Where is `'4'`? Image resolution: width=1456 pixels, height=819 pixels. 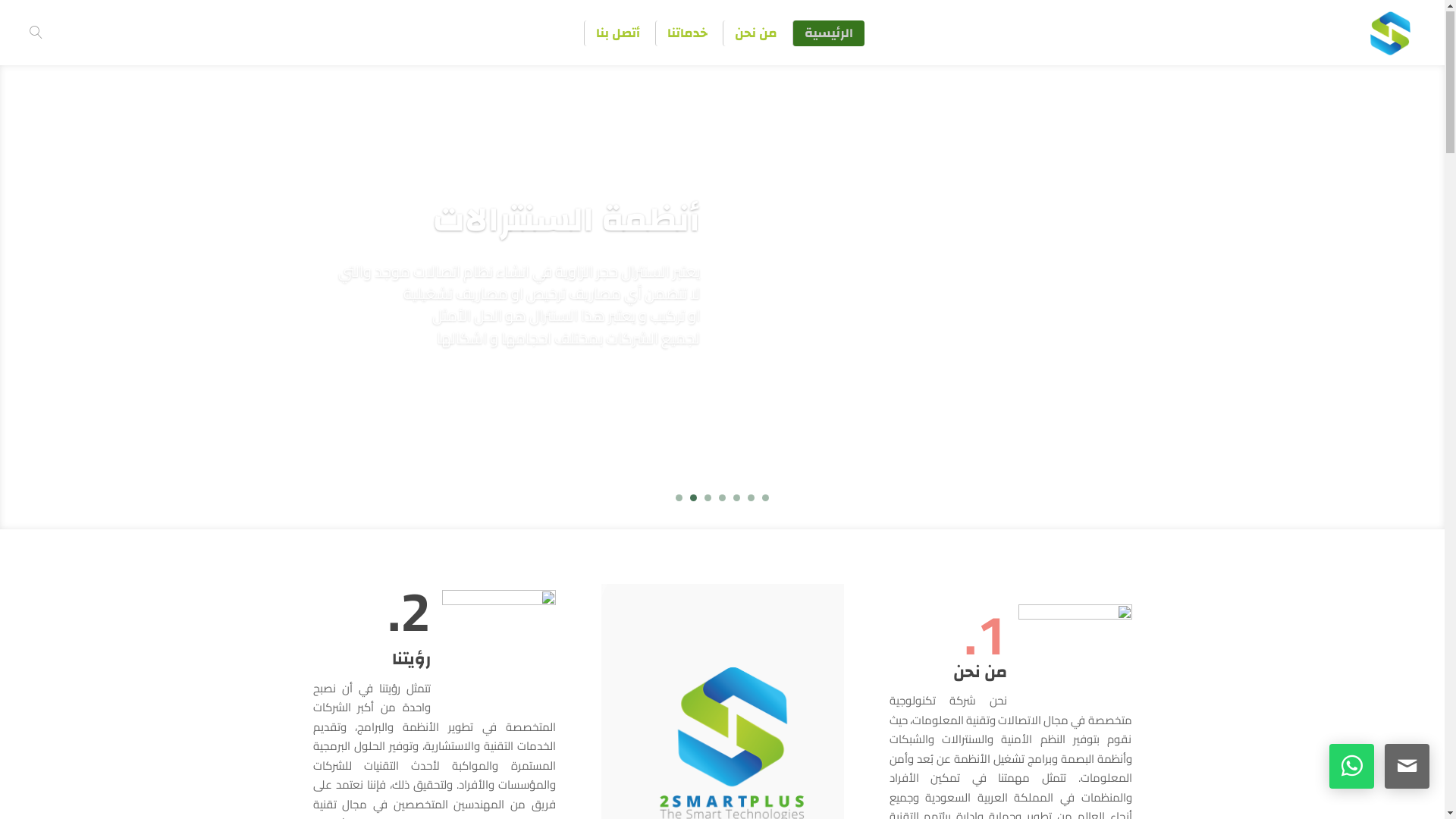
'4' is located at coordinates (721, 498).